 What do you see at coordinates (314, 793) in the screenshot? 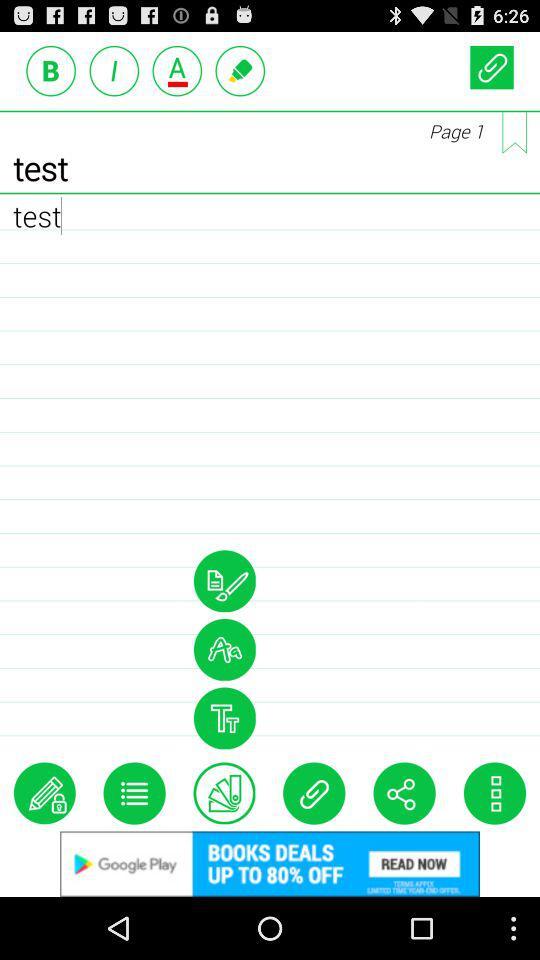
I see `to attachment` at bounding box center [314, 793].